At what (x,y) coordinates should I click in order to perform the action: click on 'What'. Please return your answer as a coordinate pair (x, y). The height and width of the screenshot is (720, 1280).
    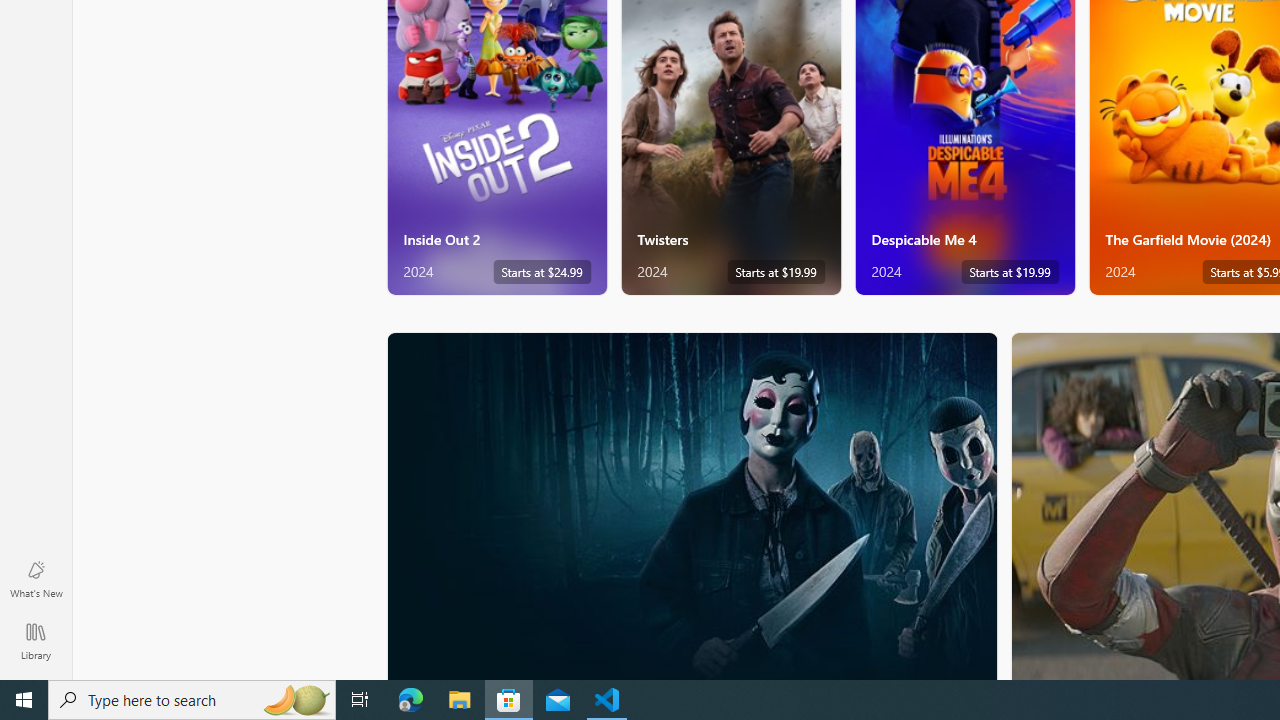
    Looking at the image, I should click on (35, 578).